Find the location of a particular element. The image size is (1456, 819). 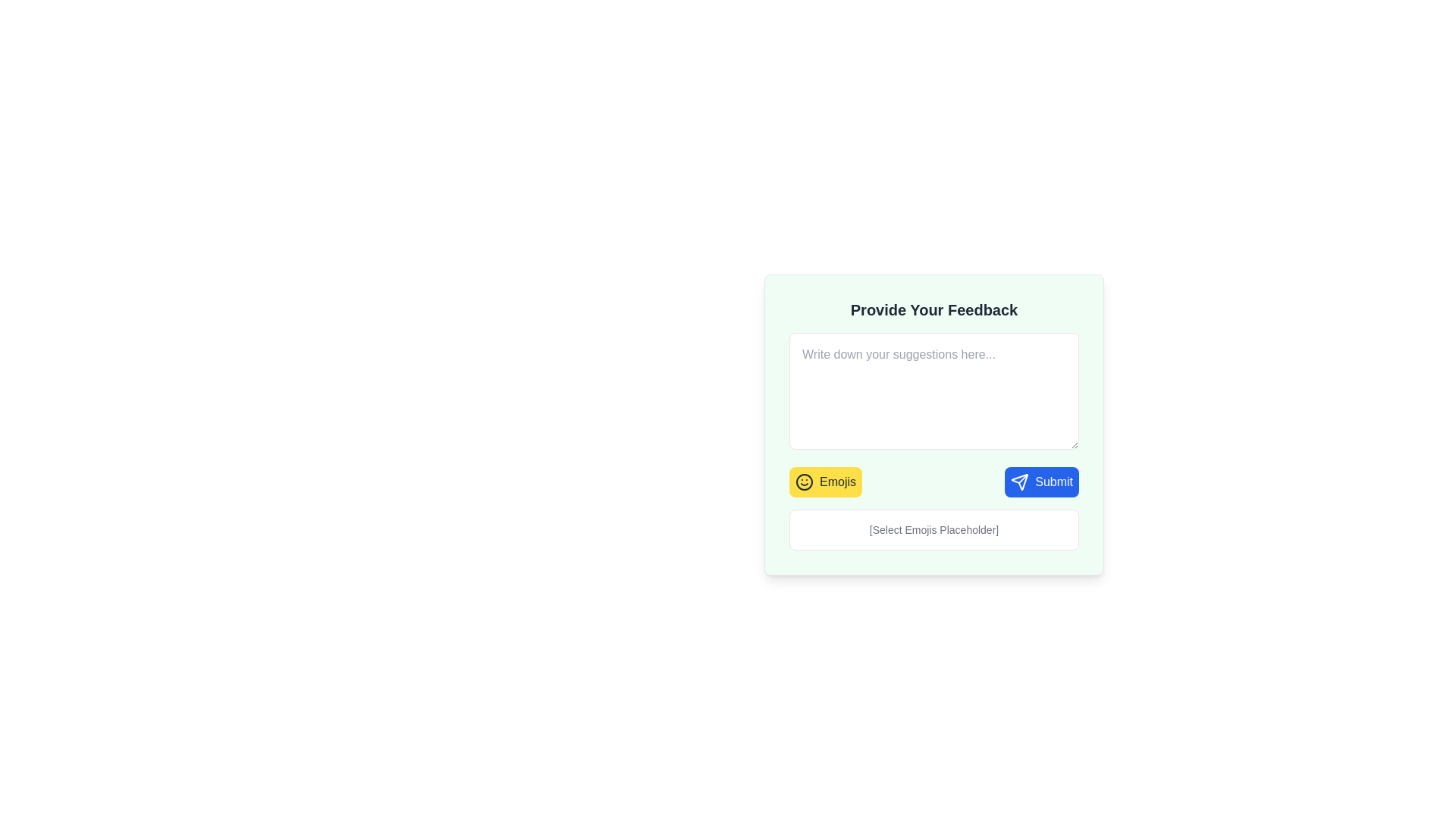

the small, triangular-shaped icon resembling a paper plane located to the left of the 'Submit' button's text label is located at coordinates (1020, 482).